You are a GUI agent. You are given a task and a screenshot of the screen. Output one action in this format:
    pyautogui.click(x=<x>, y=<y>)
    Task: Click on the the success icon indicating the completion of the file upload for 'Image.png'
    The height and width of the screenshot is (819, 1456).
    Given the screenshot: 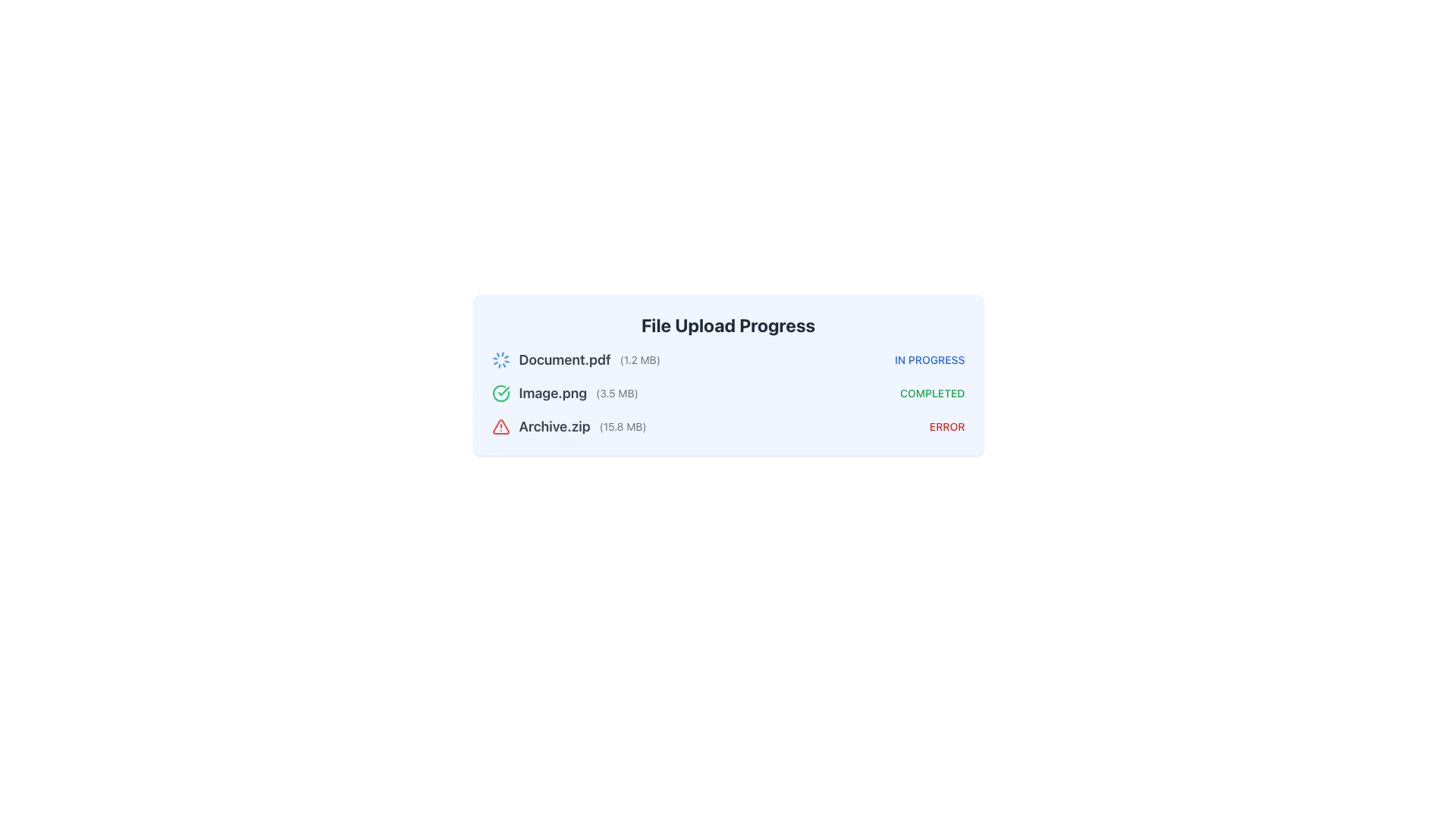 What is the action you would take?
    pyautogui.click(x=500, y=393)
    